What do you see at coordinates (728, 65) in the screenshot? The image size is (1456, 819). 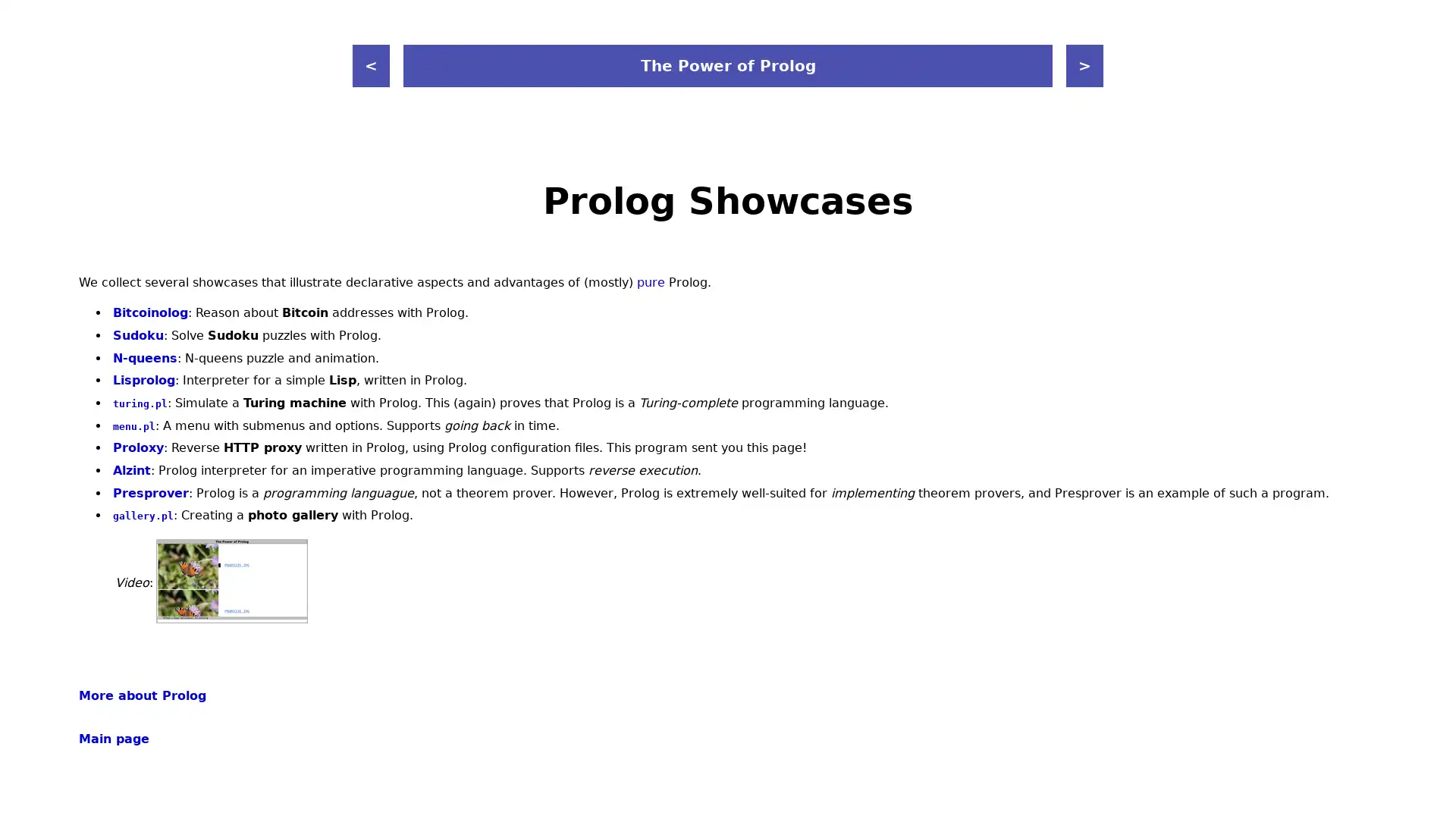 I see `The Power of Prolog` at bounding box center [728, 65].